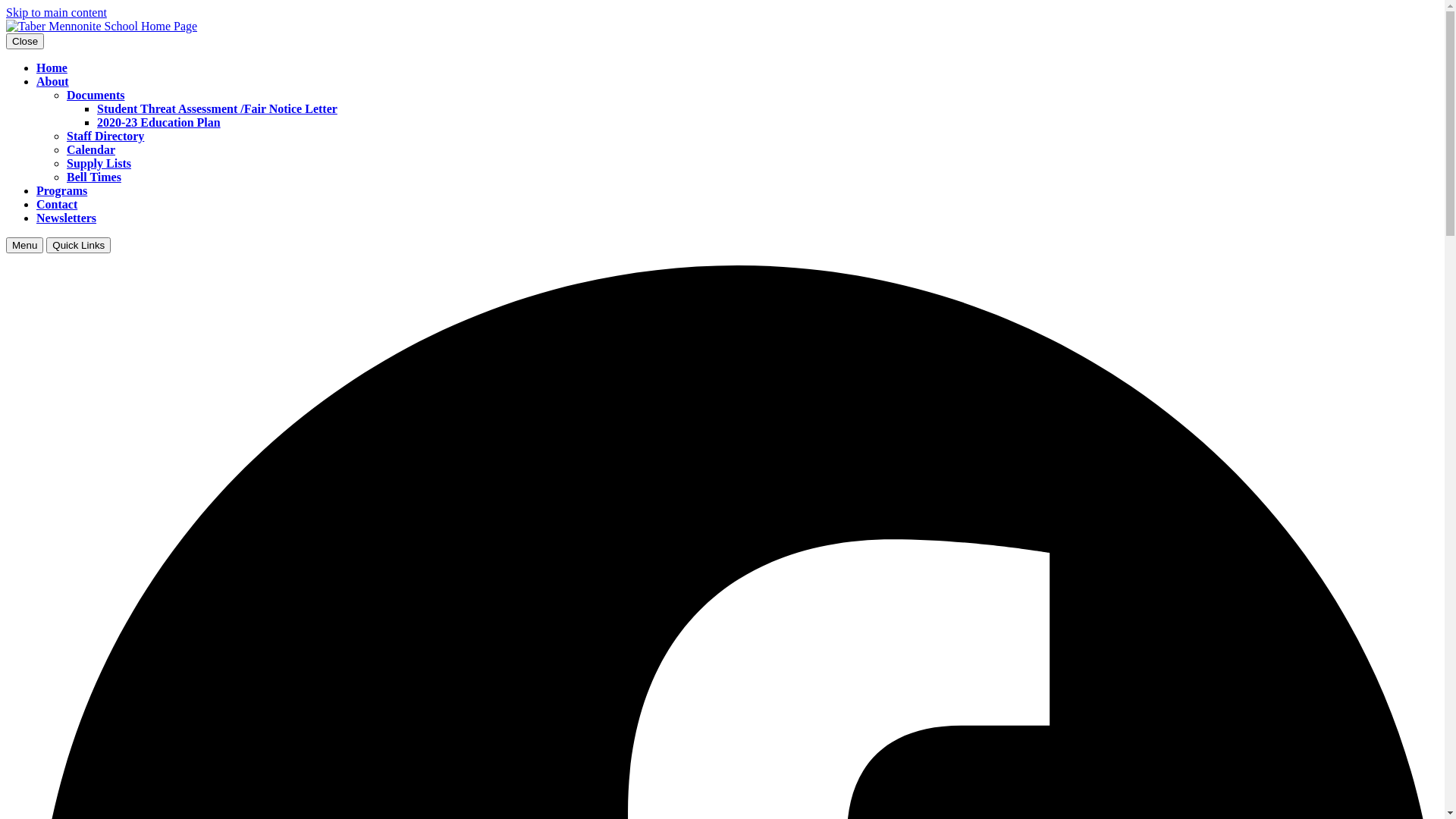 This screenshot has width=1456, height=819. I want to click on 'Menu', so click(6, 244).